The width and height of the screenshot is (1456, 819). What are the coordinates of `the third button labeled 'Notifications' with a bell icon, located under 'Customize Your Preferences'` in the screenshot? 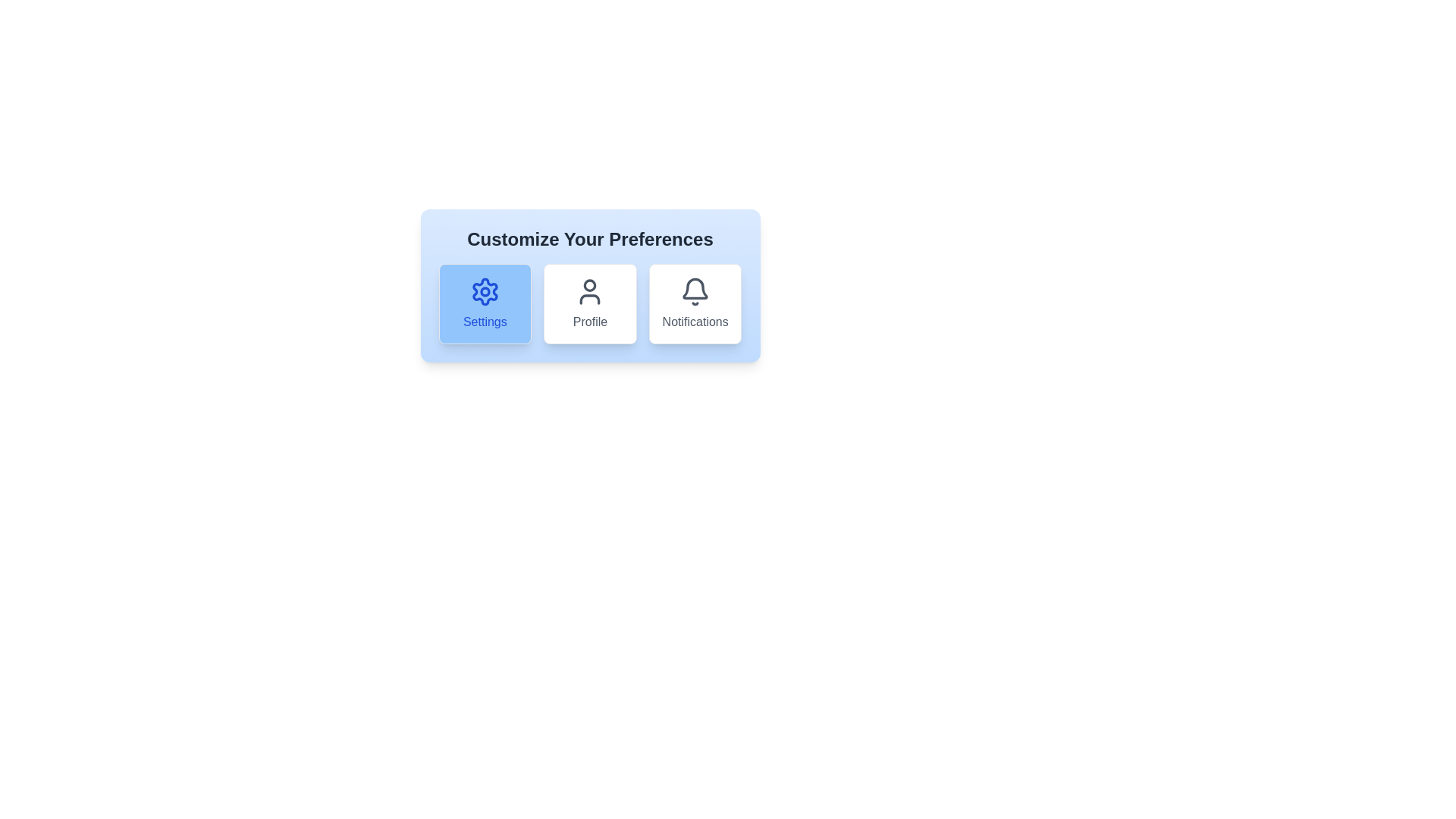 It's located at (695, 304).